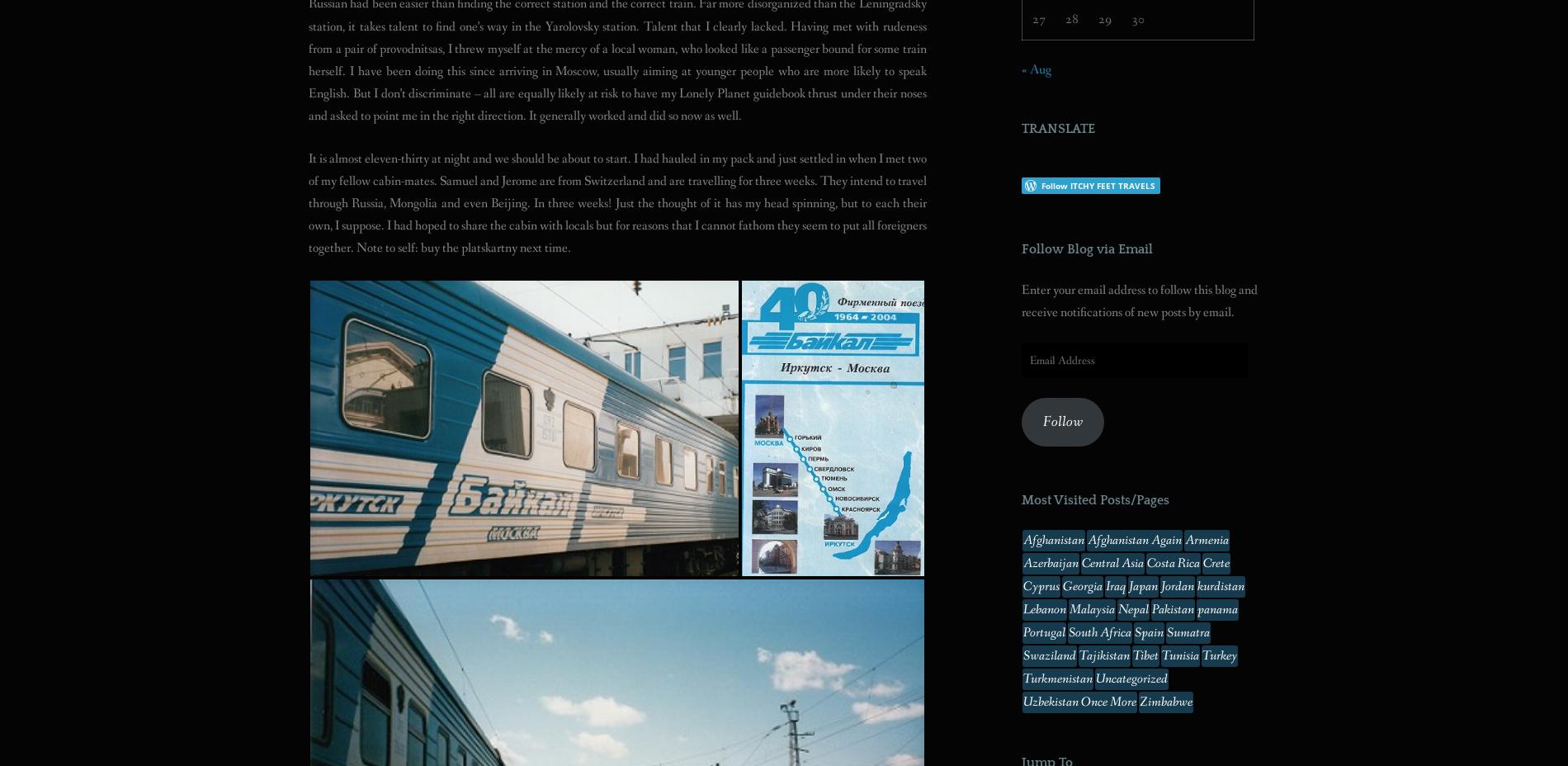 This screenshot has width=1568, height=766. Describe the element at coordinates (1134, 540) in the screenshot. I see `'Afghanistan Again'` at that location.